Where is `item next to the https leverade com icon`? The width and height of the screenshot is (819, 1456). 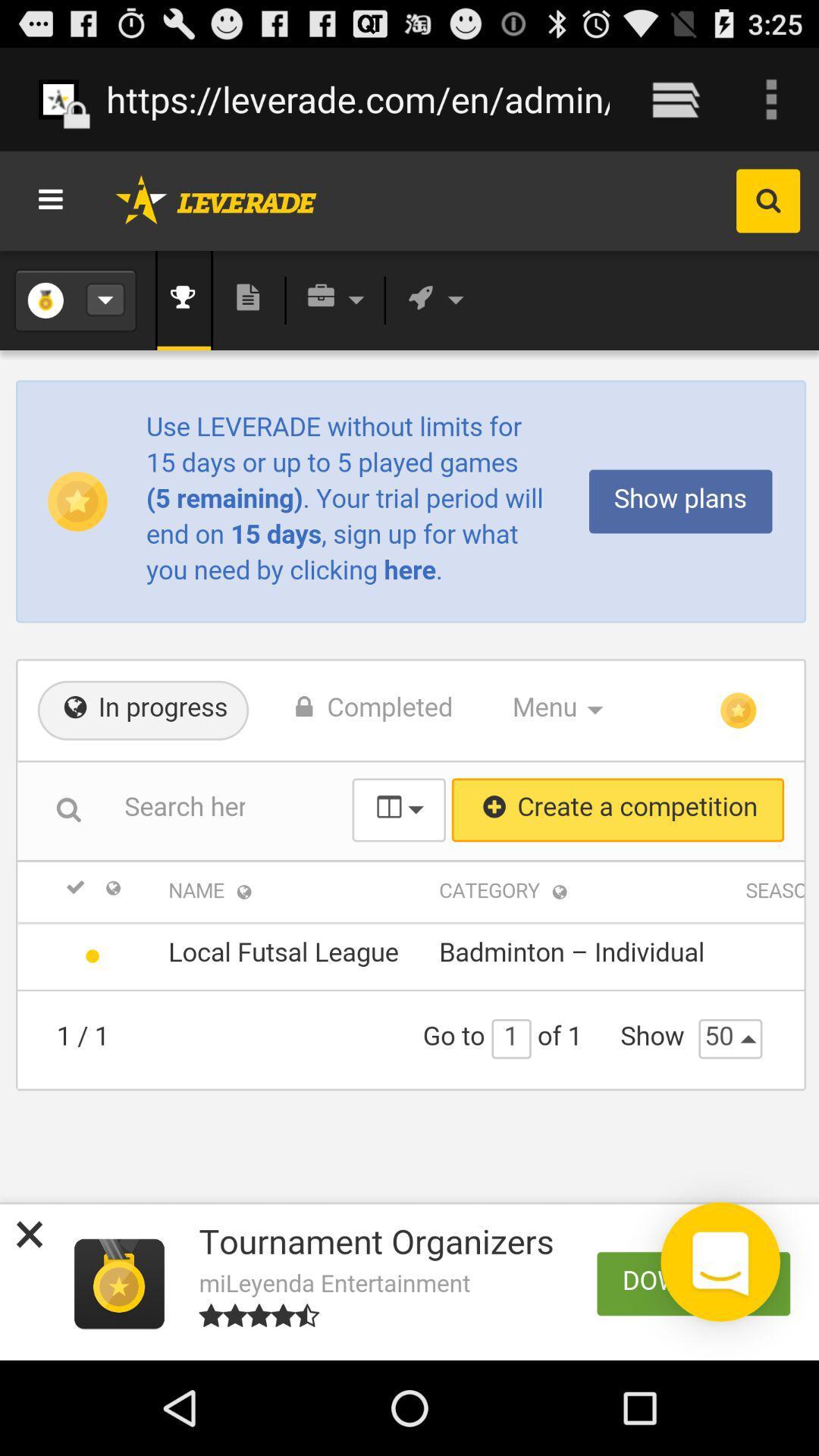 item next to the https leverade com icon is located at coordinates (675, 99).